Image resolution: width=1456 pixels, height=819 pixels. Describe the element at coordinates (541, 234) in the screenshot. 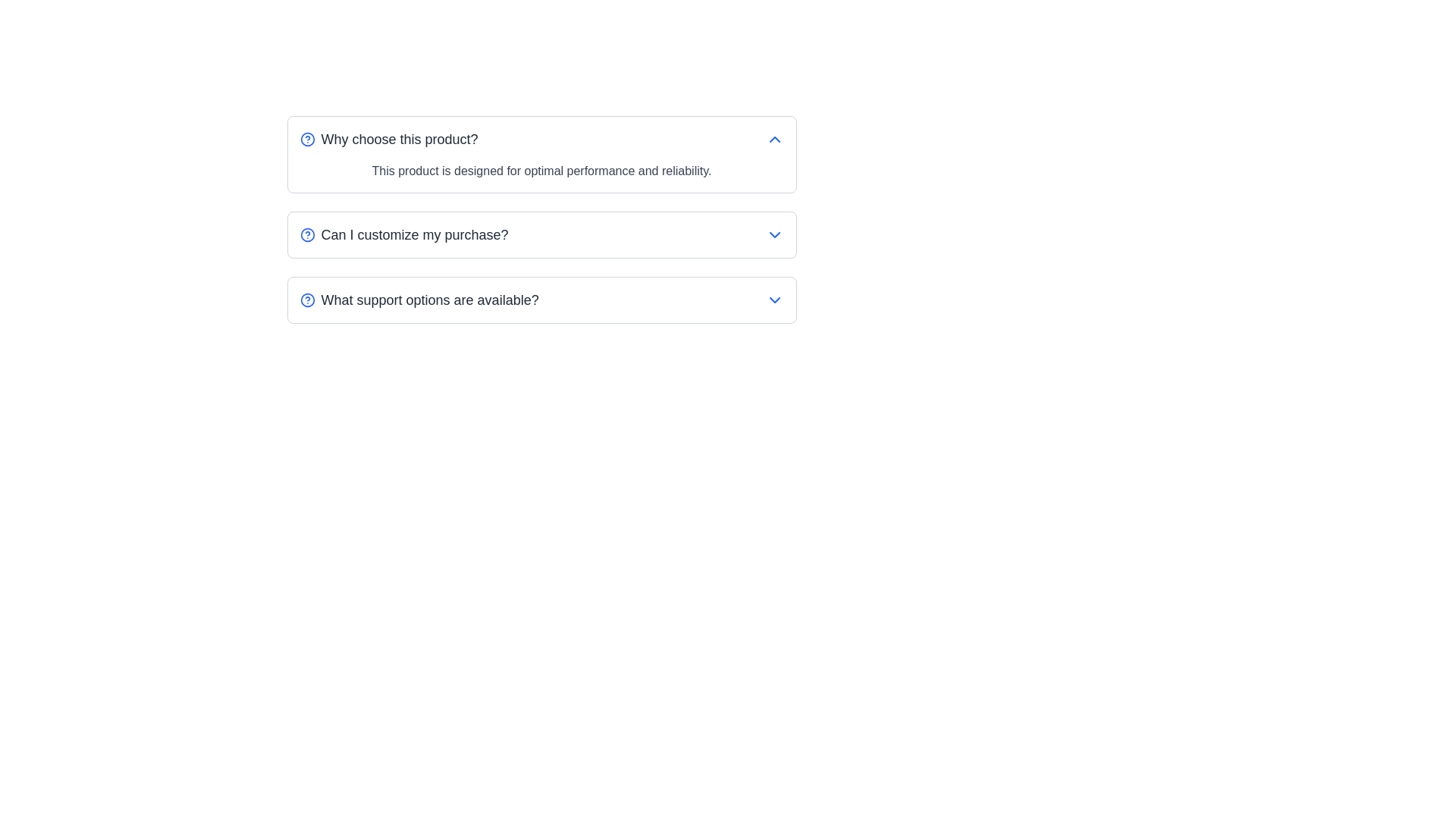

I see `the second Expandable List Item in the FAQ section` at that location.